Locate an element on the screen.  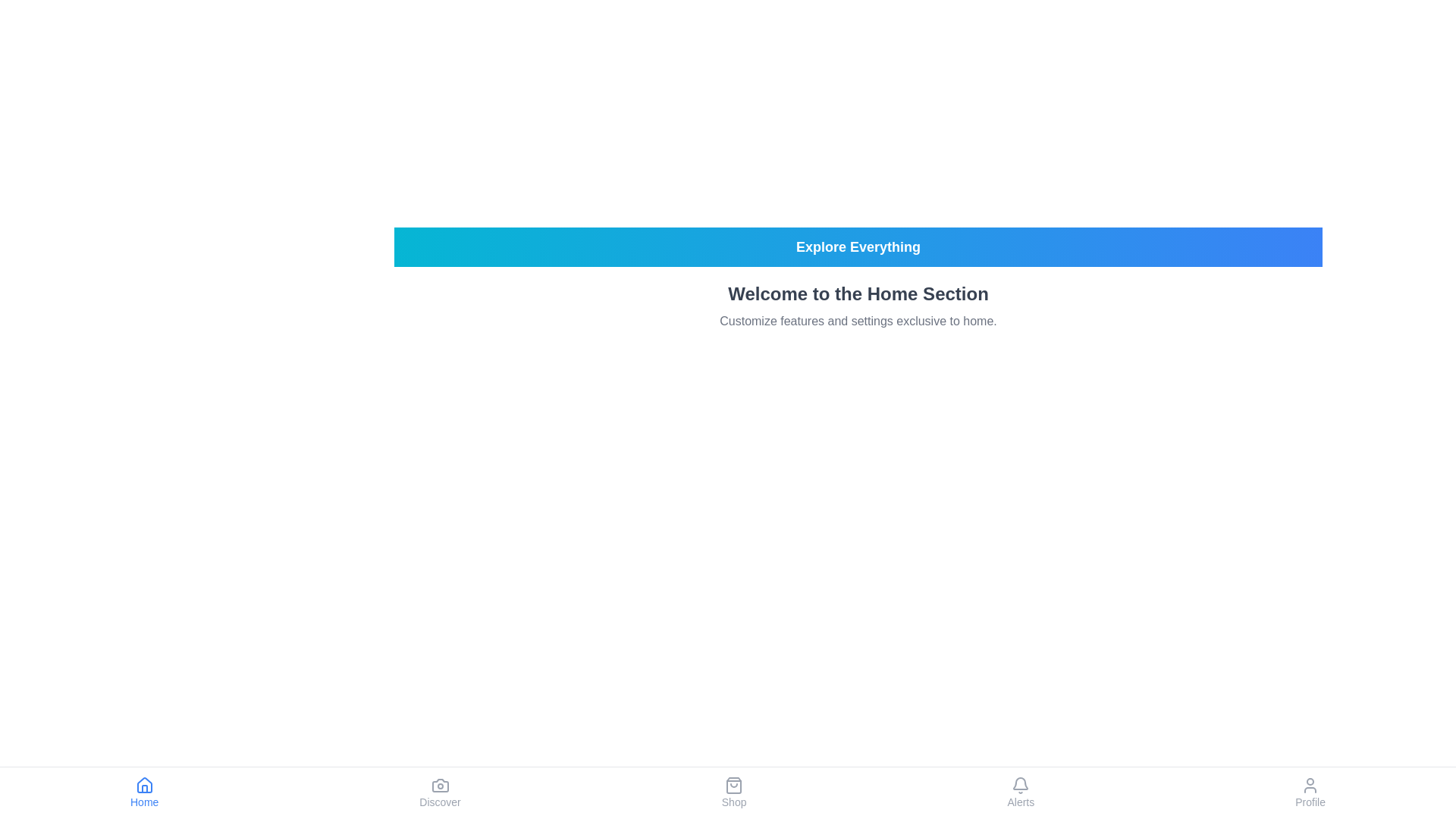
the Alerts tab in the bottom navigation bar is located at coordinates (1020, 792).